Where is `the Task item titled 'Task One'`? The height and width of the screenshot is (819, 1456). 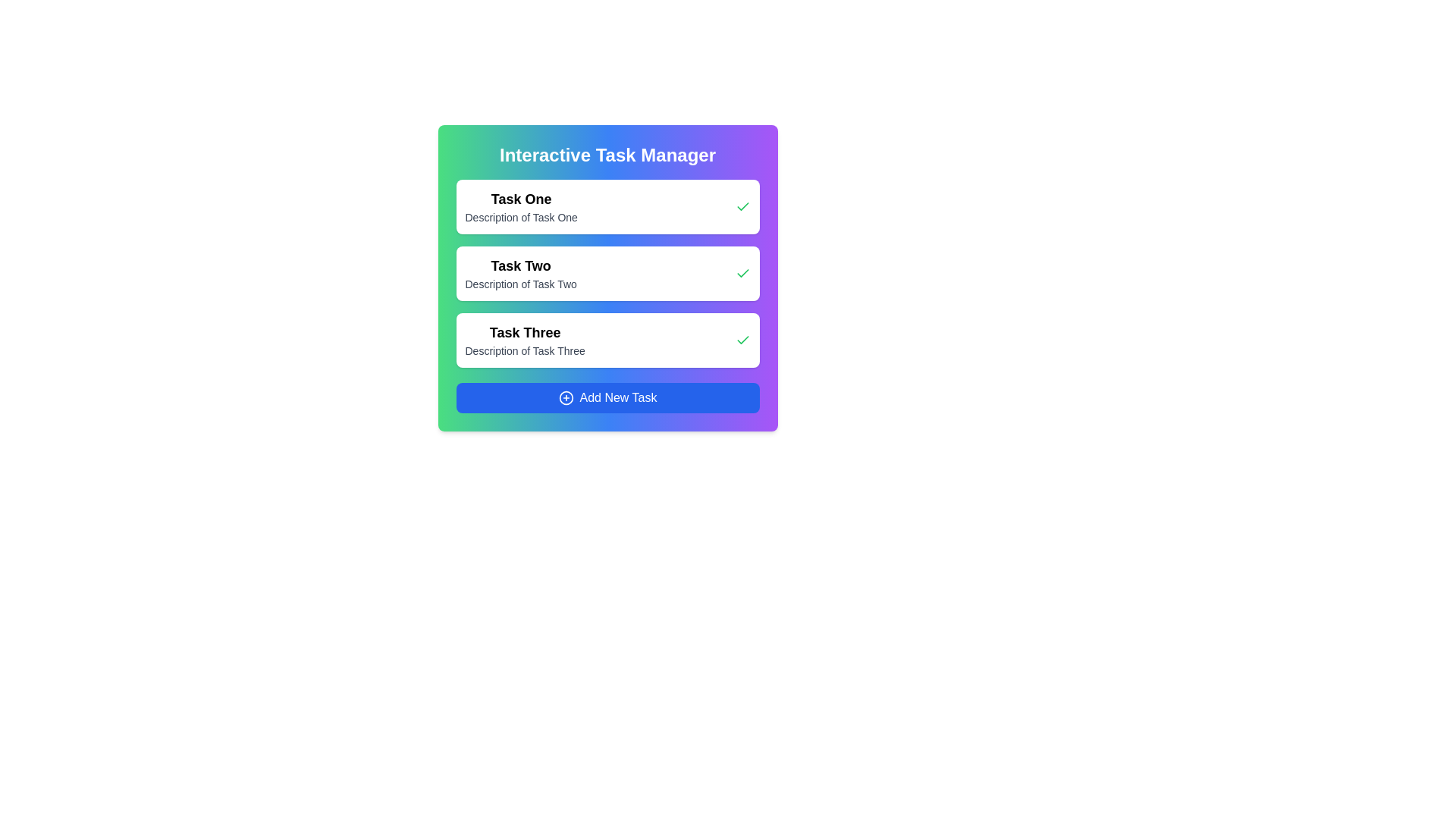
the Task item titled 'Task One' is located at coordinates (521, 207).